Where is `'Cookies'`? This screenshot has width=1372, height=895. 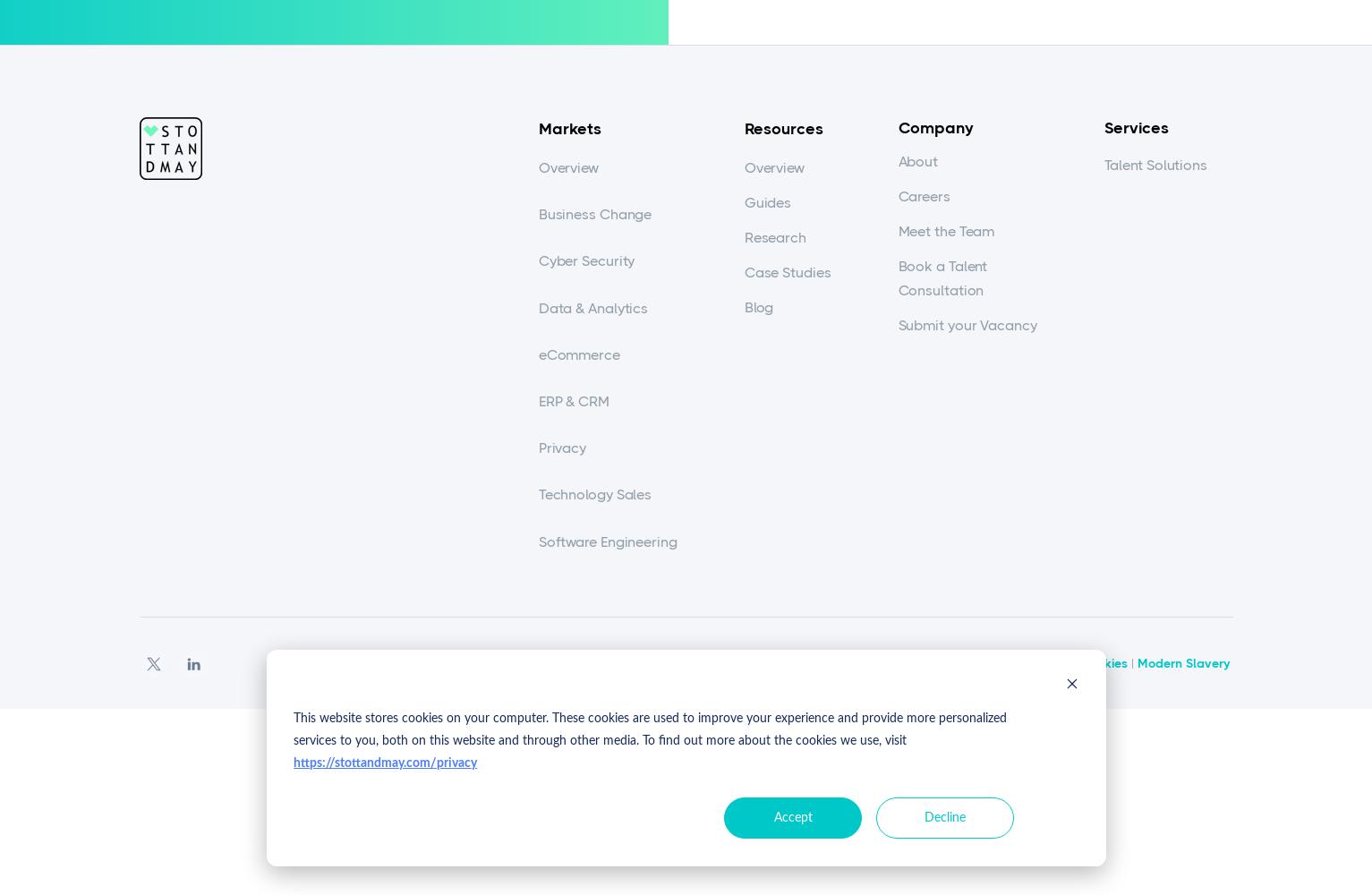 'Cookies' is located at coordinates (1078, 661).